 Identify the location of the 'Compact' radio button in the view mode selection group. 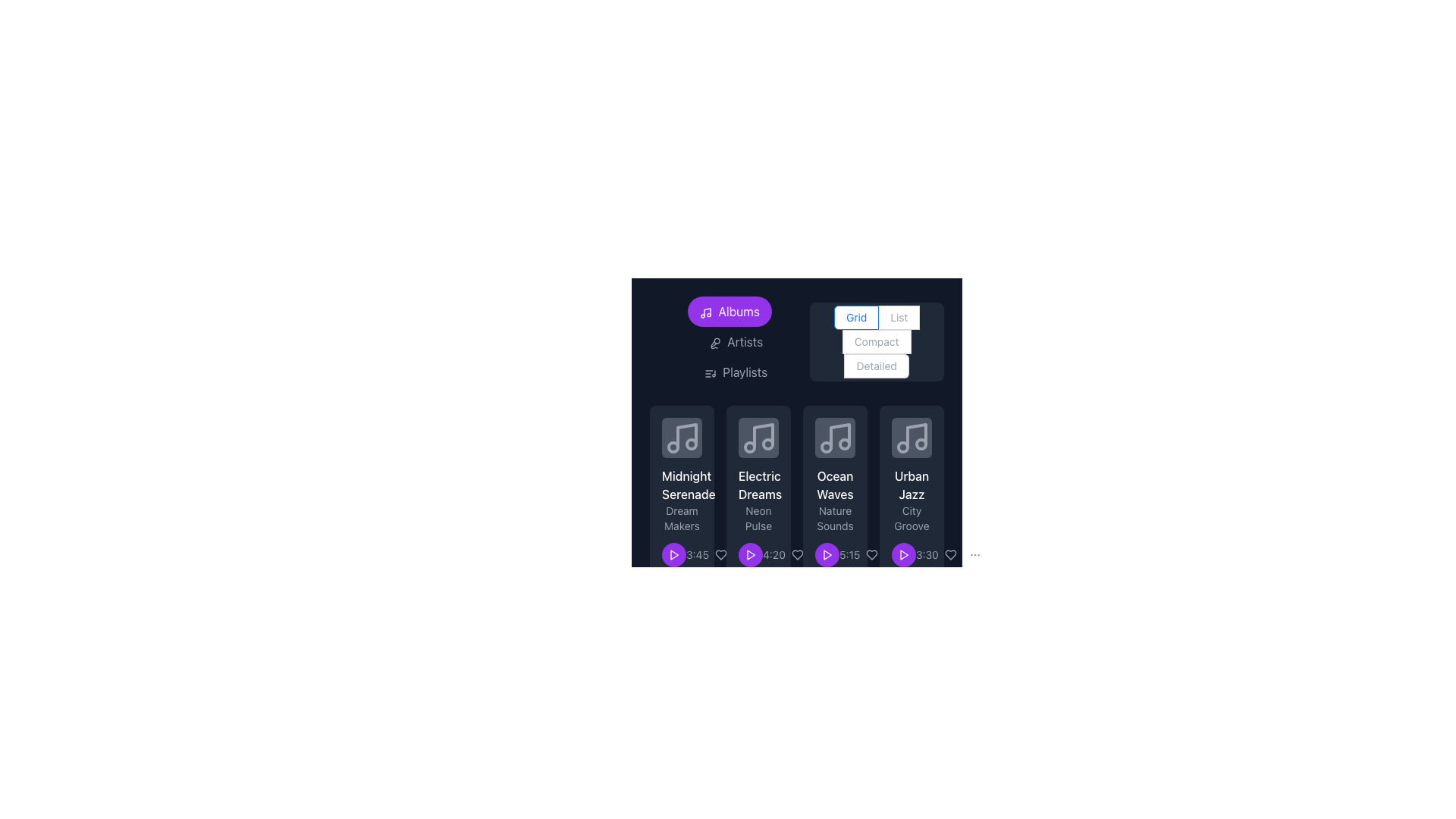
(877, 342).